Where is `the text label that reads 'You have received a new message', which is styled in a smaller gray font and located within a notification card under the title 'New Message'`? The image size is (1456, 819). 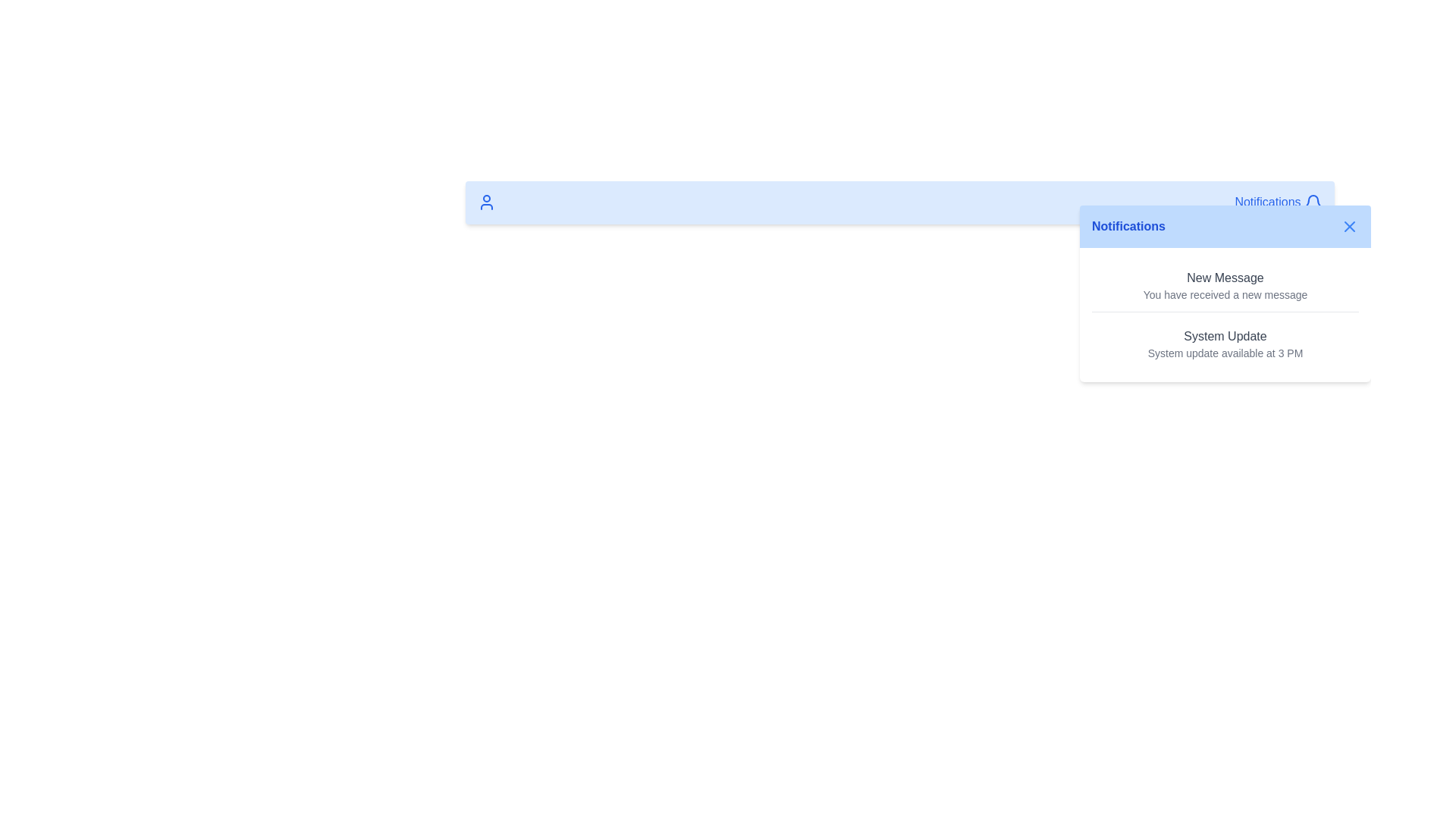
the text label that reads 'You have received a new message', which is styled in a smaller gray font and located within a notification card under the title 'New Message' is located at coordinates (1225, 295).